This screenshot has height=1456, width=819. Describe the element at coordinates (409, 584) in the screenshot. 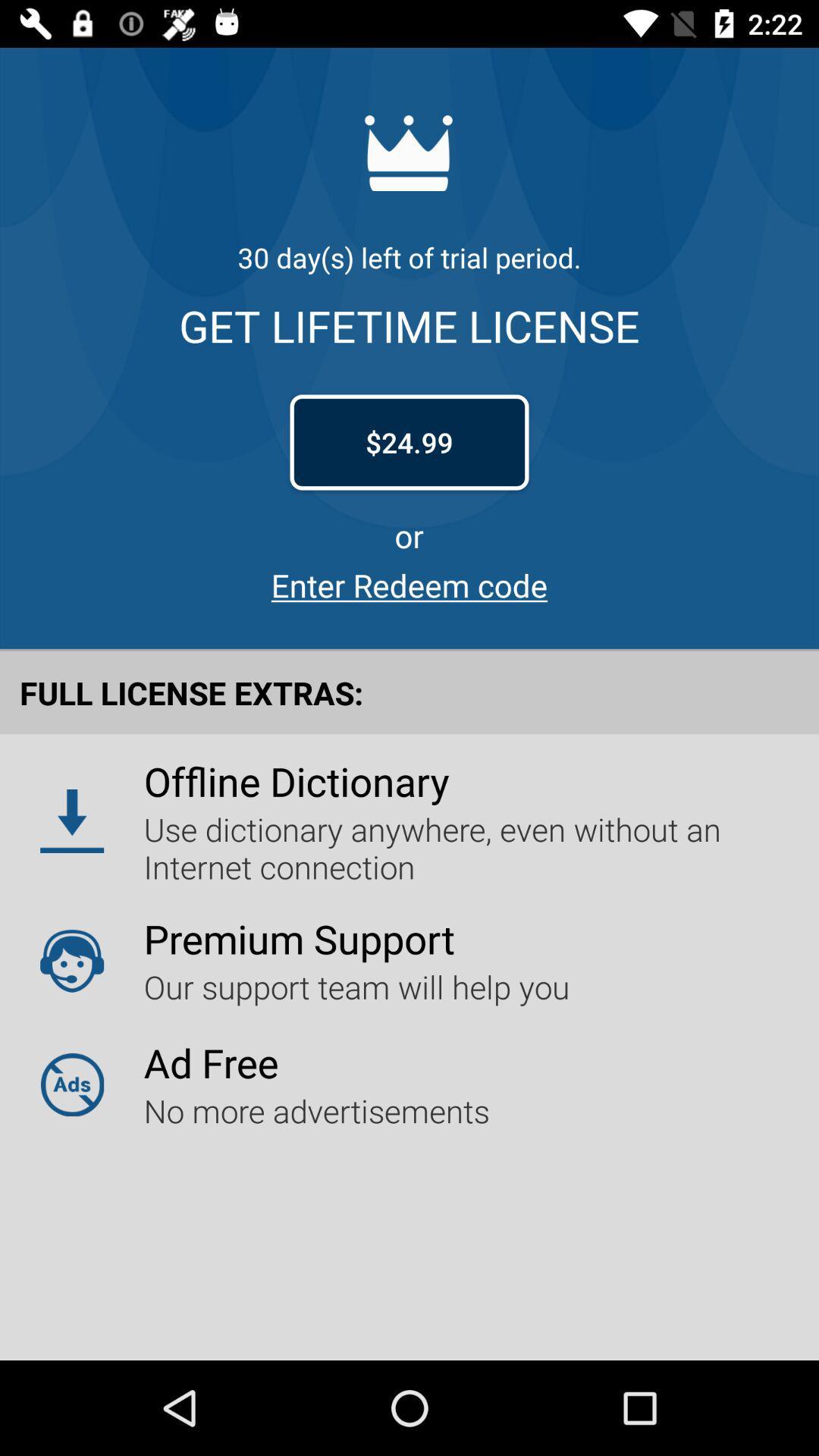

I see `the enter redeem code icon` at that location.